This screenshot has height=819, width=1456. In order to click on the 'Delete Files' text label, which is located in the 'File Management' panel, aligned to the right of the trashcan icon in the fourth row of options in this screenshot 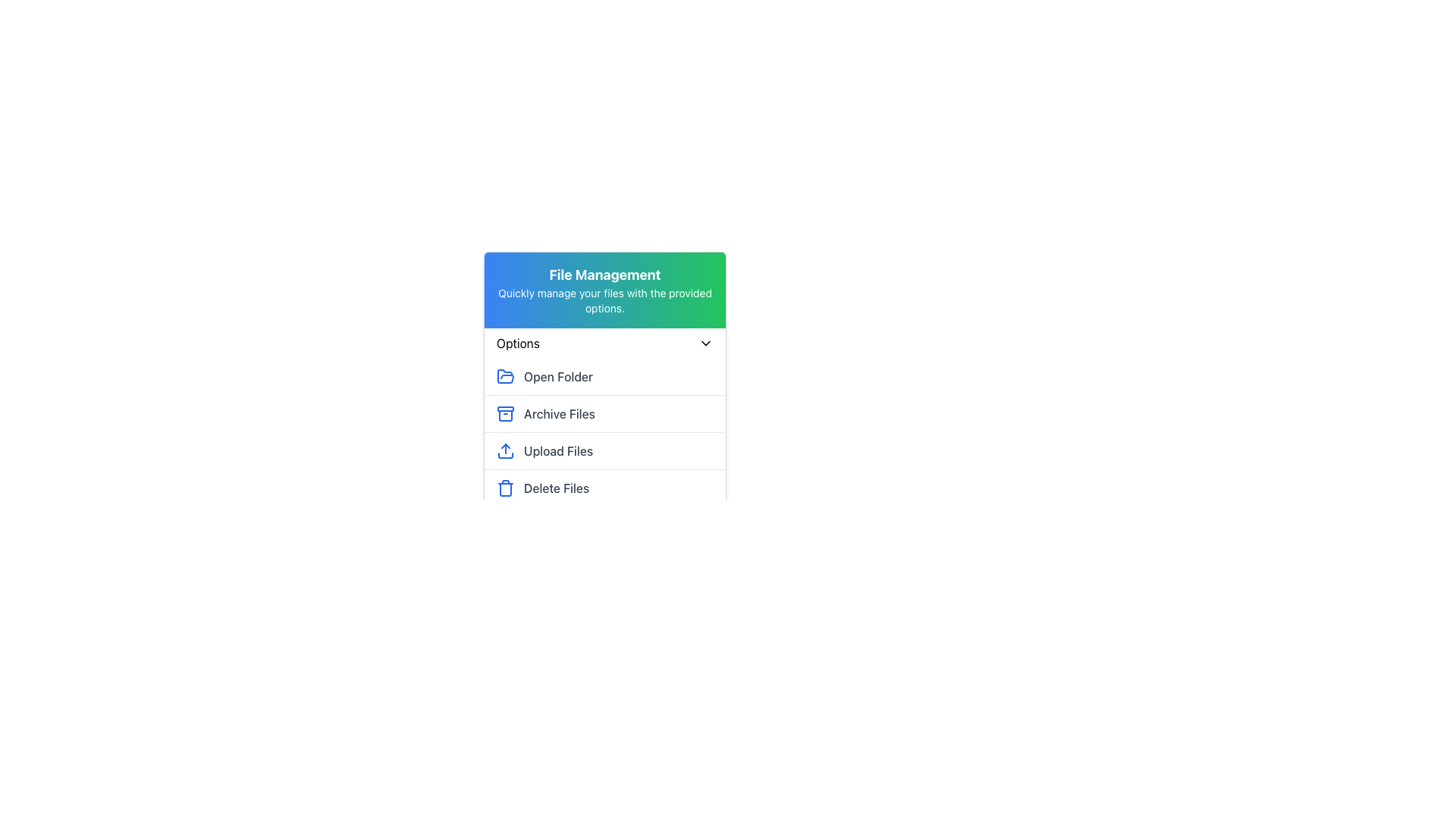, I will do `click(556, 488)`.